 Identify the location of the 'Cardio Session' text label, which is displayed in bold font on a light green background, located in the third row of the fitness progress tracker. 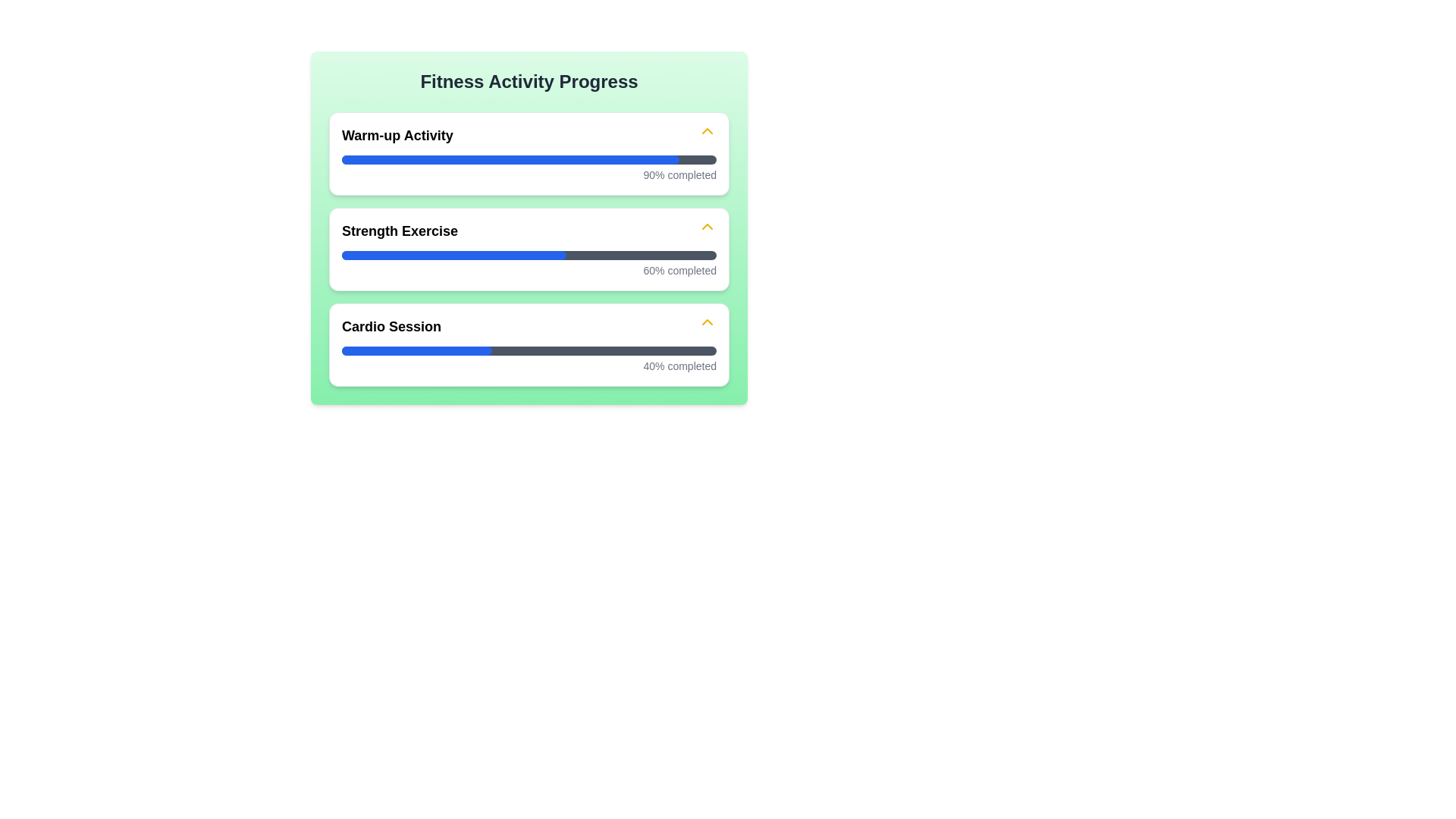
(391, 326).